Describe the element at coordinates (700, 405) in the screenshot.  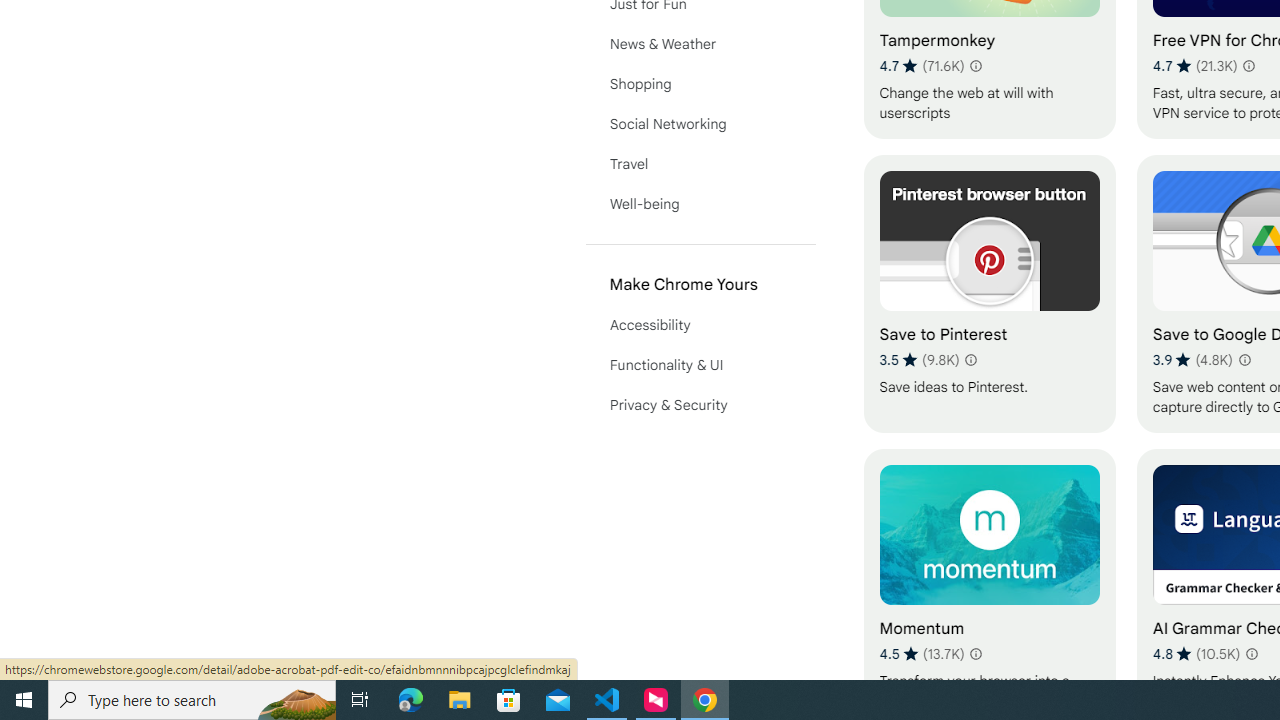
I see `'Privacy & Security'` at that location.